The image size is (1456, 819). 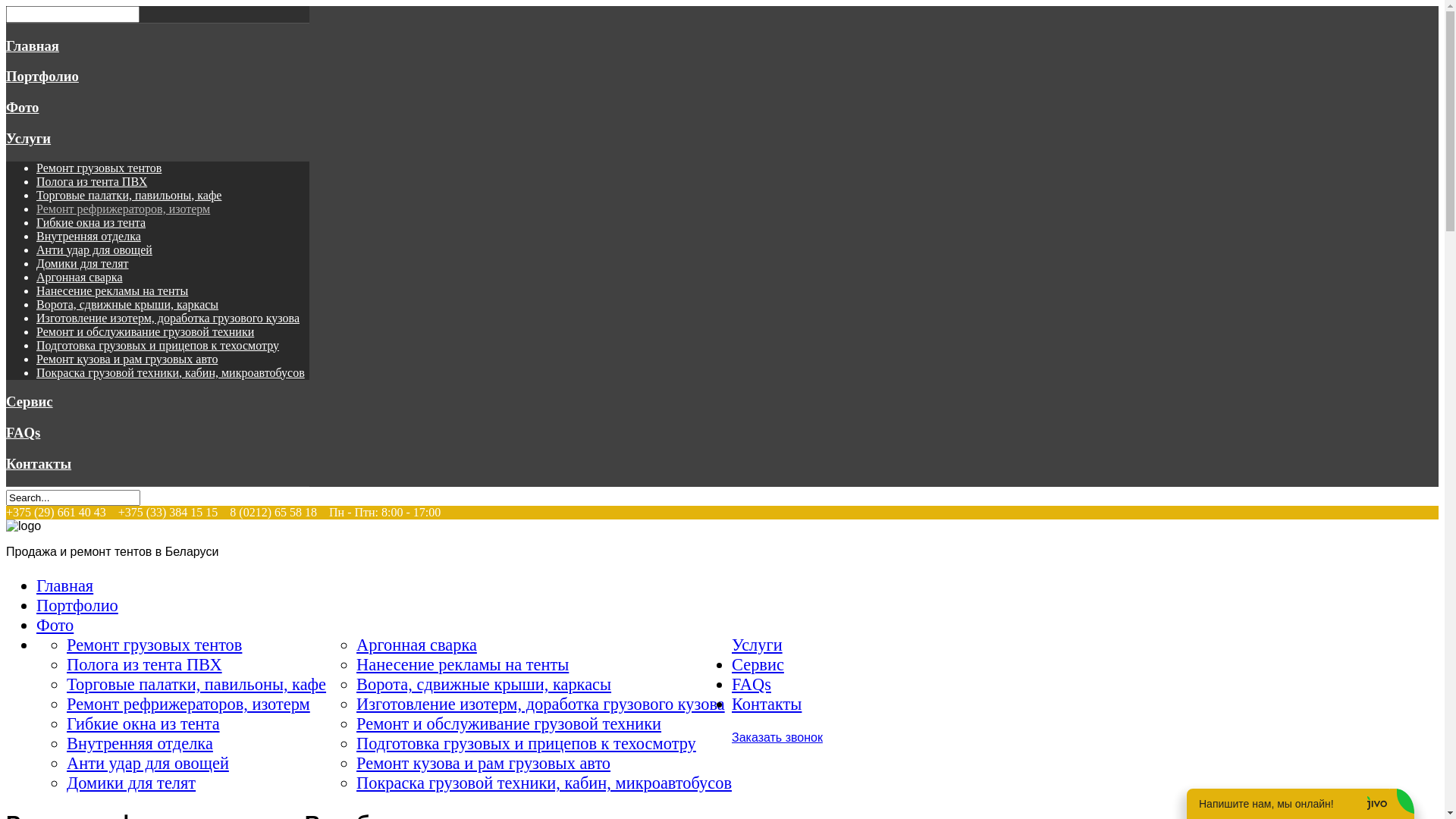 I want to click on 'FAQs', so click(x=23, y=432).